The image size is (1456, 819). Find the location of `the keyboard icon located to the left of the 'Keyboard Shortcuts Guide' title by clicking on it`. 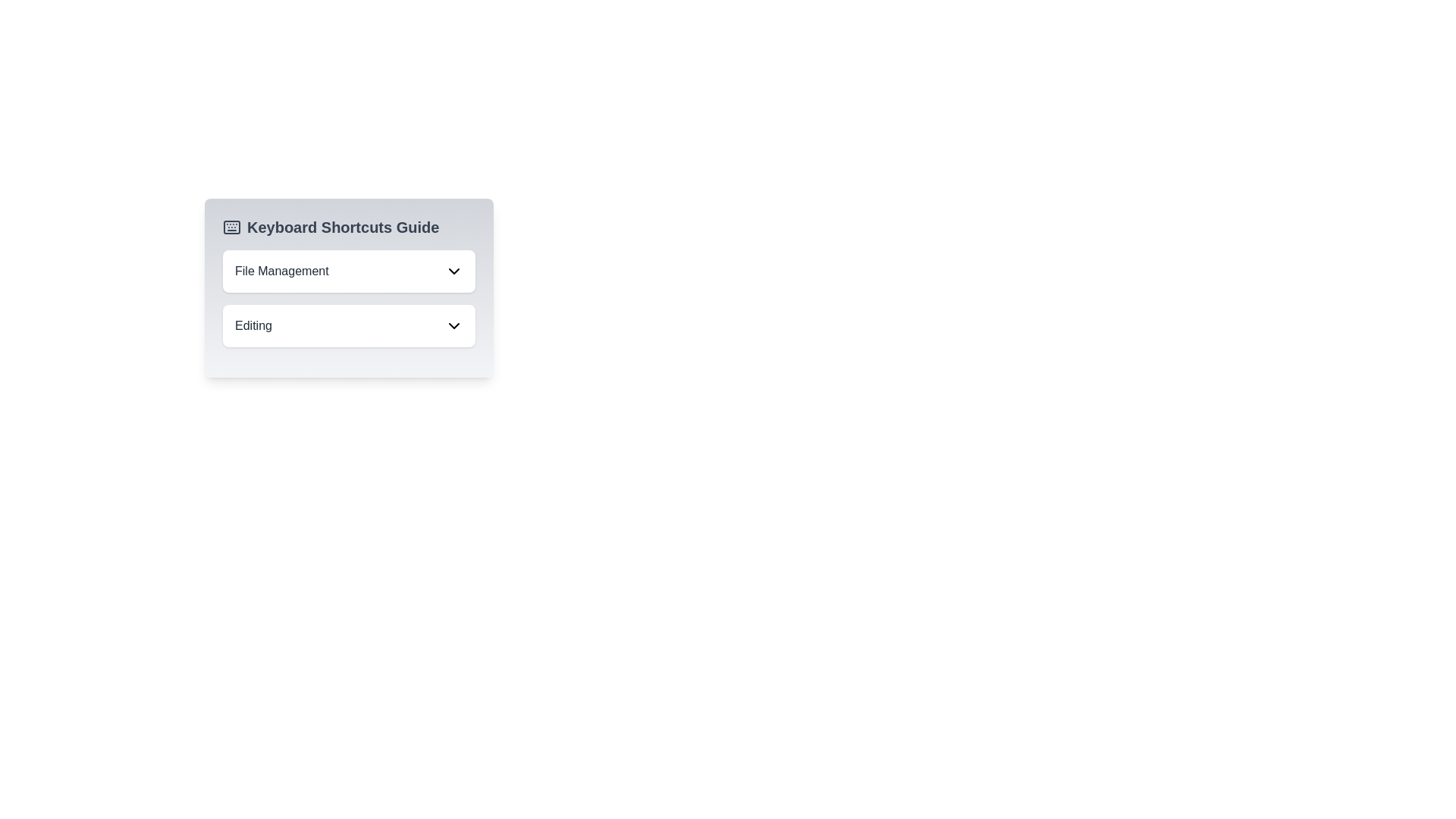

the keyboard icon located to the left of the 'Keyboard Shortcuts Guide' title by clicking on it is located at coordinates (231, 227).